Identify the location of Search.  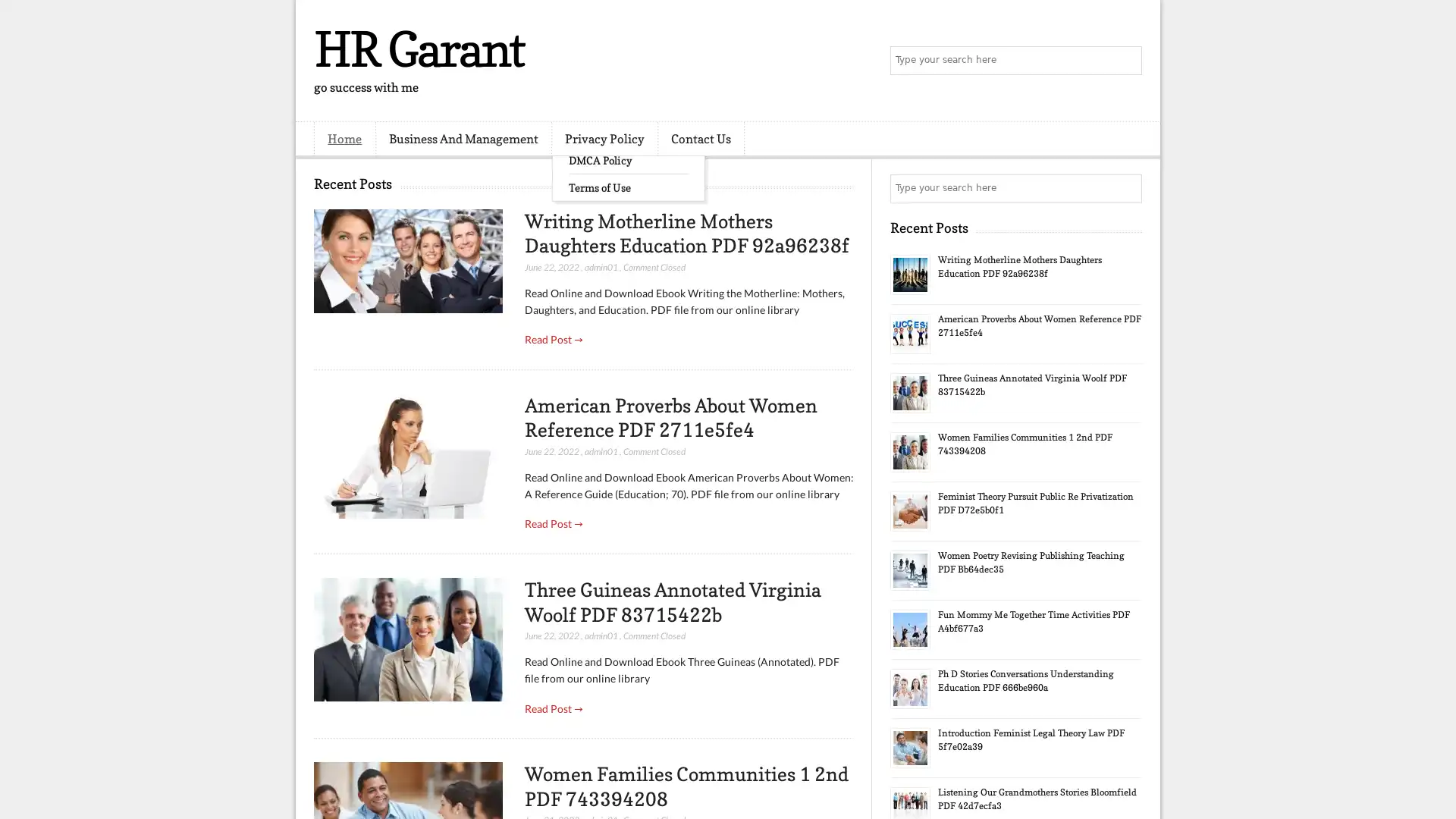
(1126, 61).